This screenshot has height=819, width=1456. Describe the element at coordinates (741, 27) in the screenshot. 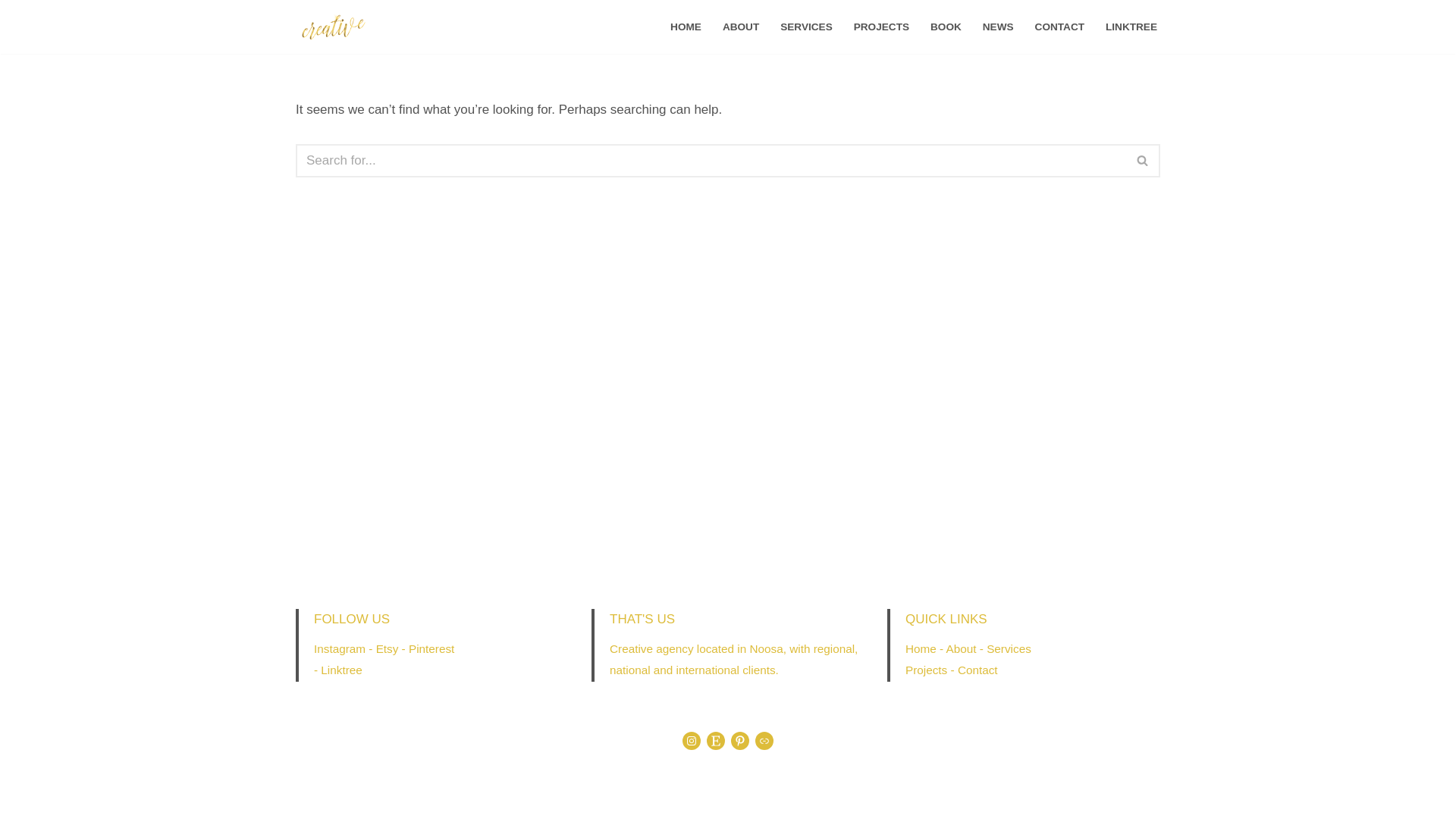

I see `'ABOUT'` at that location.